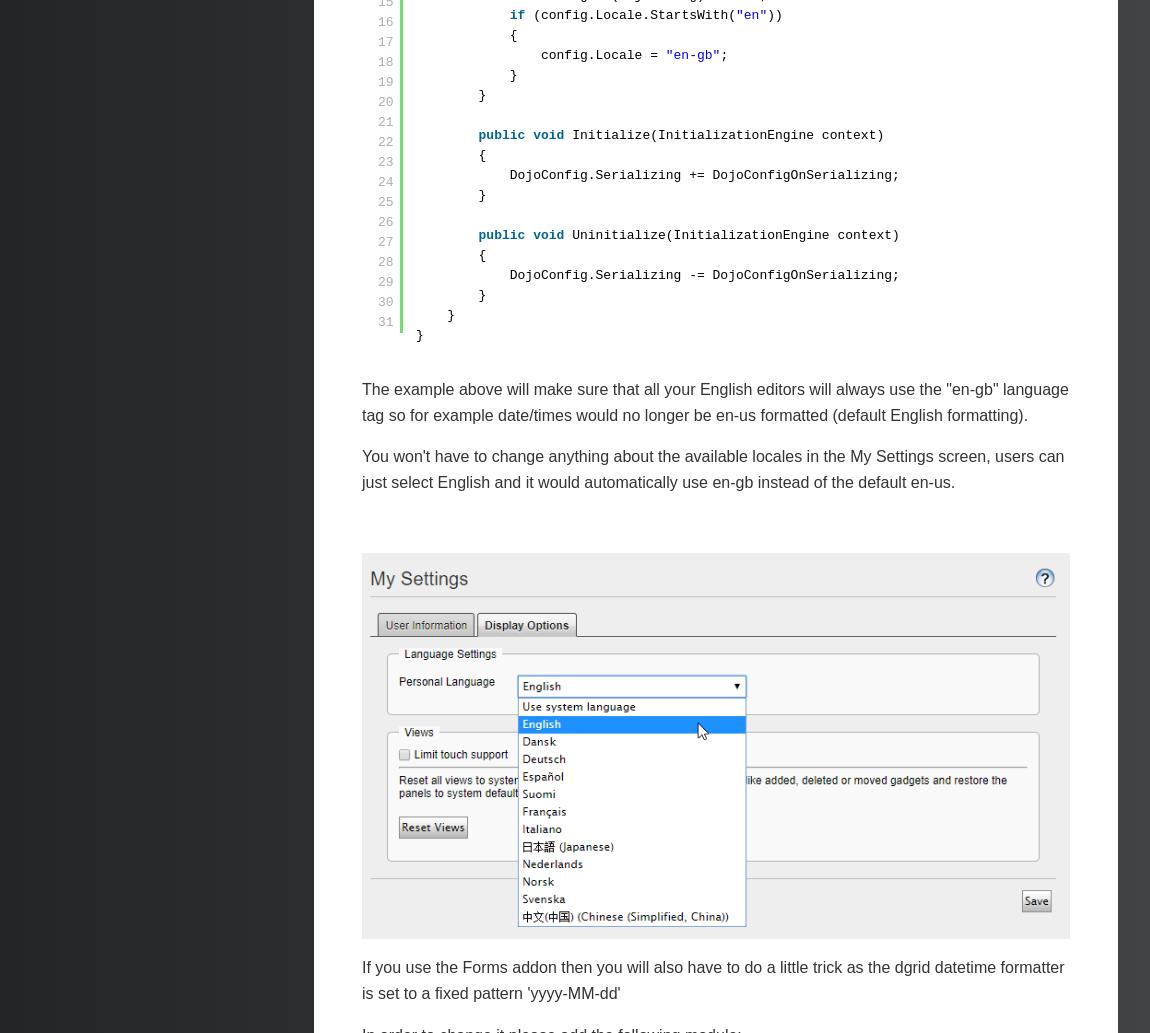 Image resolution: width=1150 pixels, height=1033 pixels. What do you see at coordinates (712, 979) in the screenshot?
I see `'If you use the Forms addon then you will also have to do a little trick as the dgrid datetime formatter is set to a fixed pattern 'yyyy-MM-dd''` at bounding box center [712, 979].